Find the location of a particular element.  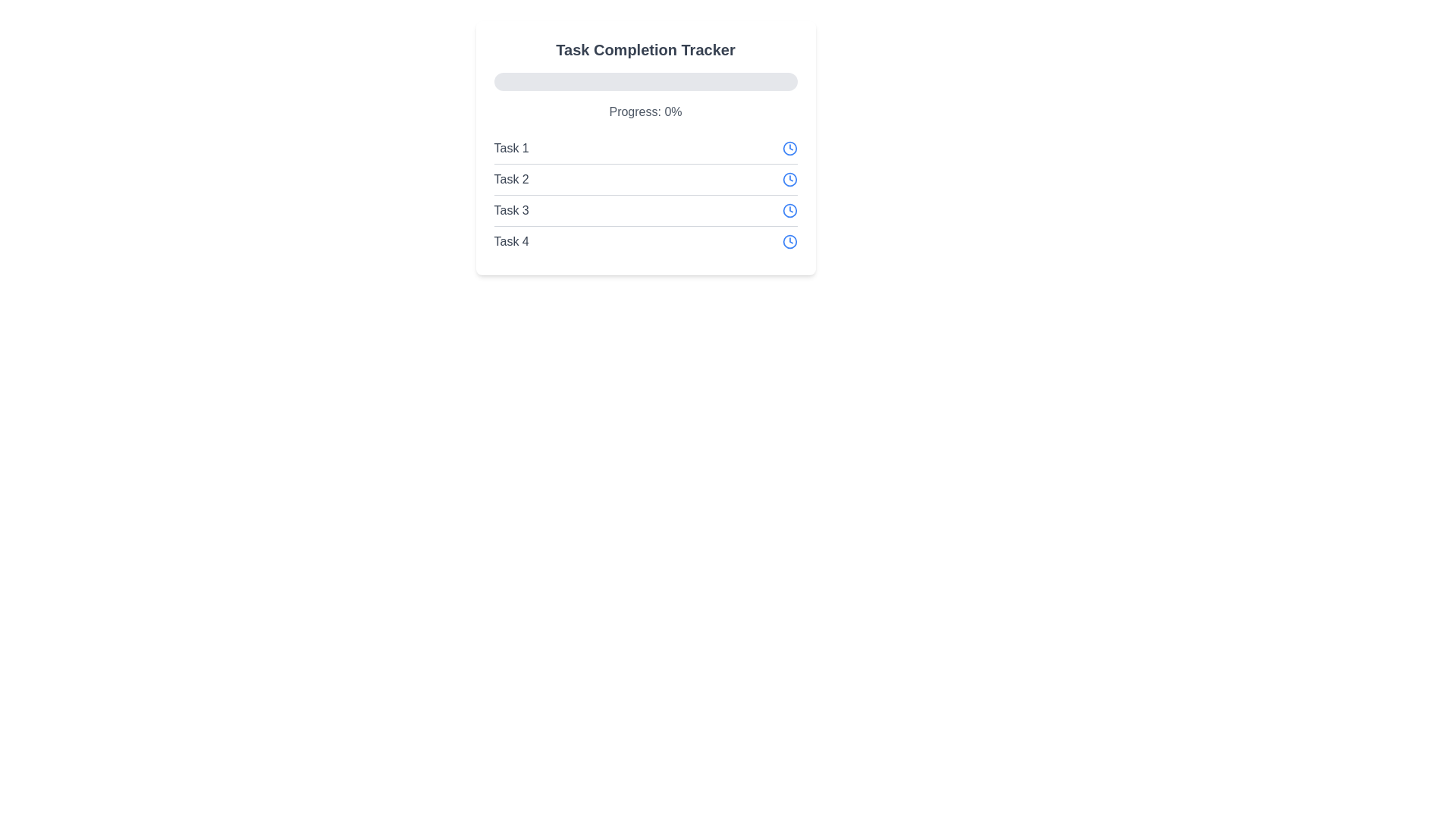

the text label reading 'Task 3' which is part of the 'Task Completion Tracker' list is located at coordinates (511, 210).